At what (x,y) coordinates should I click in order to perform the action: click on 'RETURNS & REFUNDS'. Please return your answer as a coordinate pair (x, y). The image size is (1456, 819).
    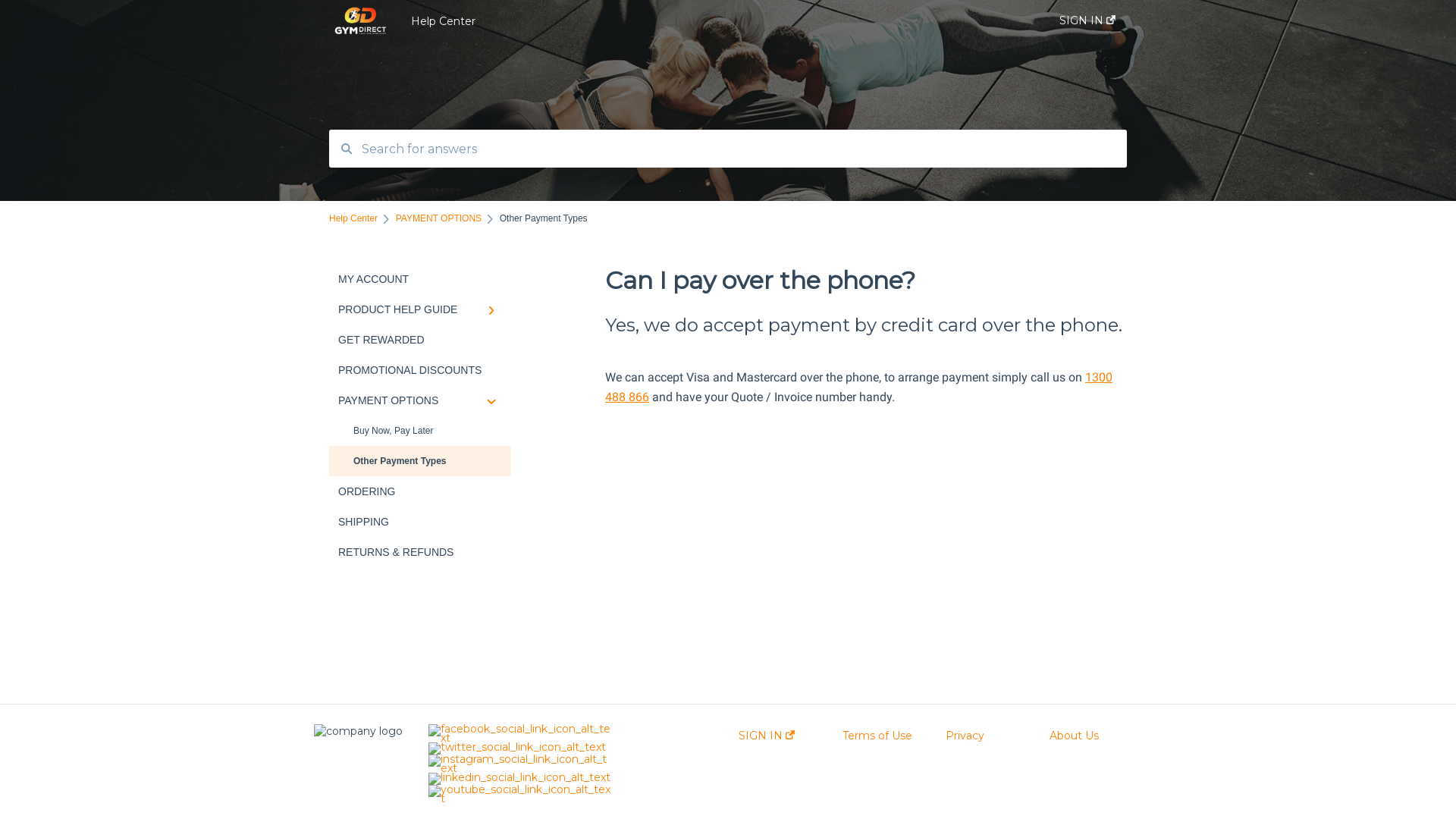
    Looking at the image, I should click on (419, 552).